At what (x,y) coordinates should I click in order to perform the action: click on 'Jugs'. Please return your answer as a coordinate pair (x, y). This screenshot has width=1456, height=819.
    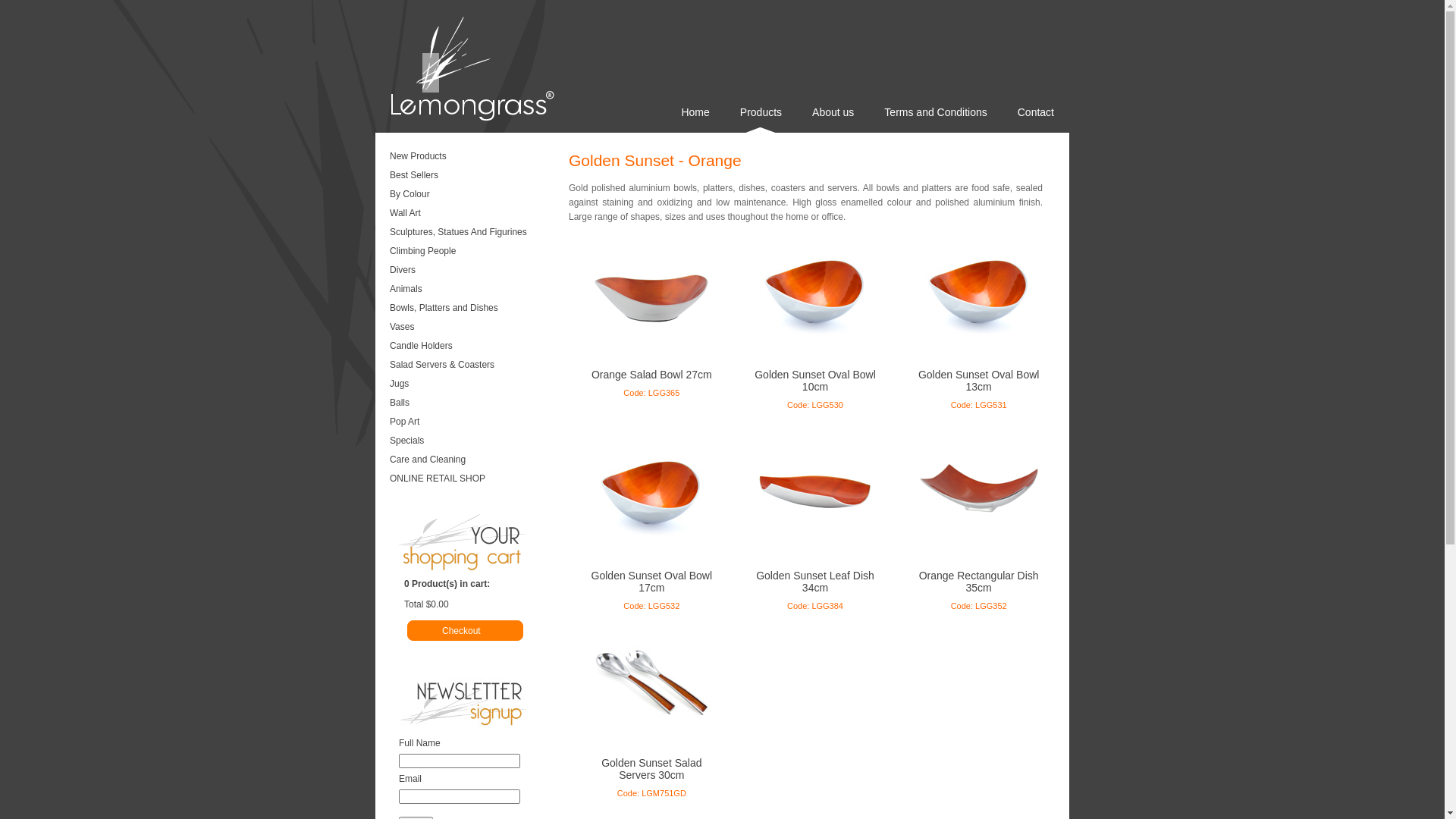
    Looking at the image, I should click on (386, 384).